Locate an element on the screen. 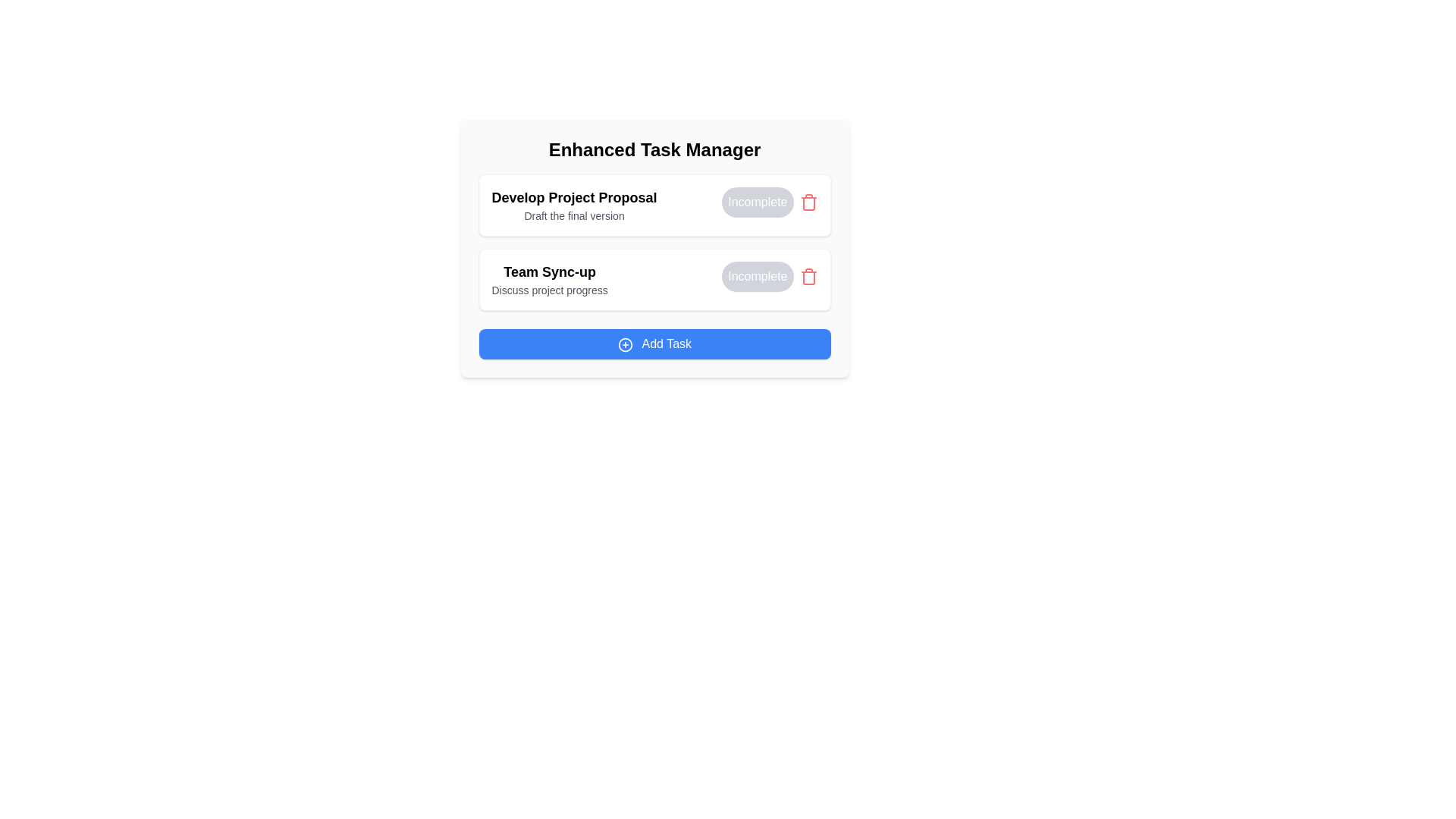  descriptive text label located directly under the heading 'Develop Project Proposal' in the upper section of the interface is located at coordinates (573, 216).